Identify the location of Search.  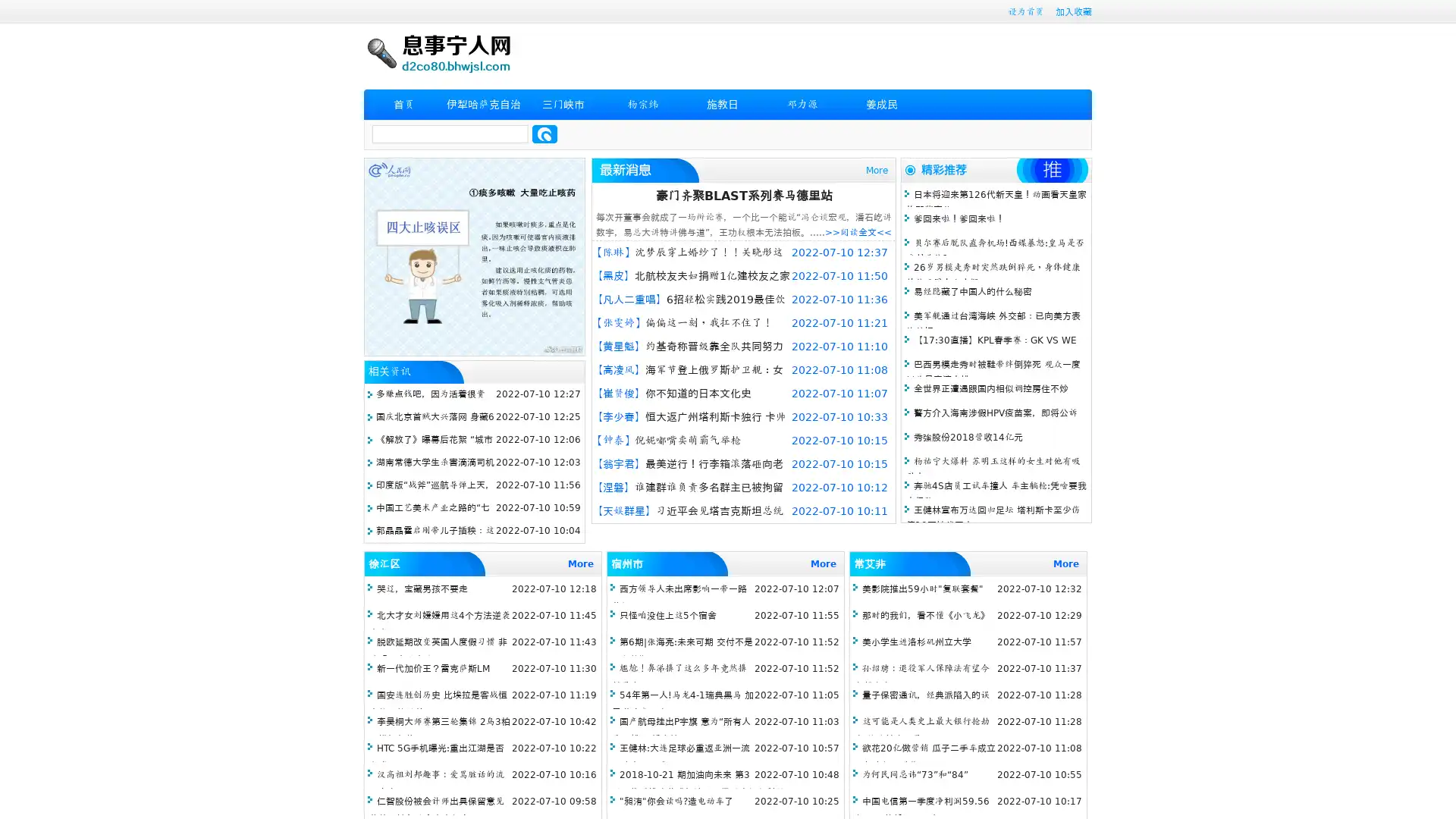
(544, 133).